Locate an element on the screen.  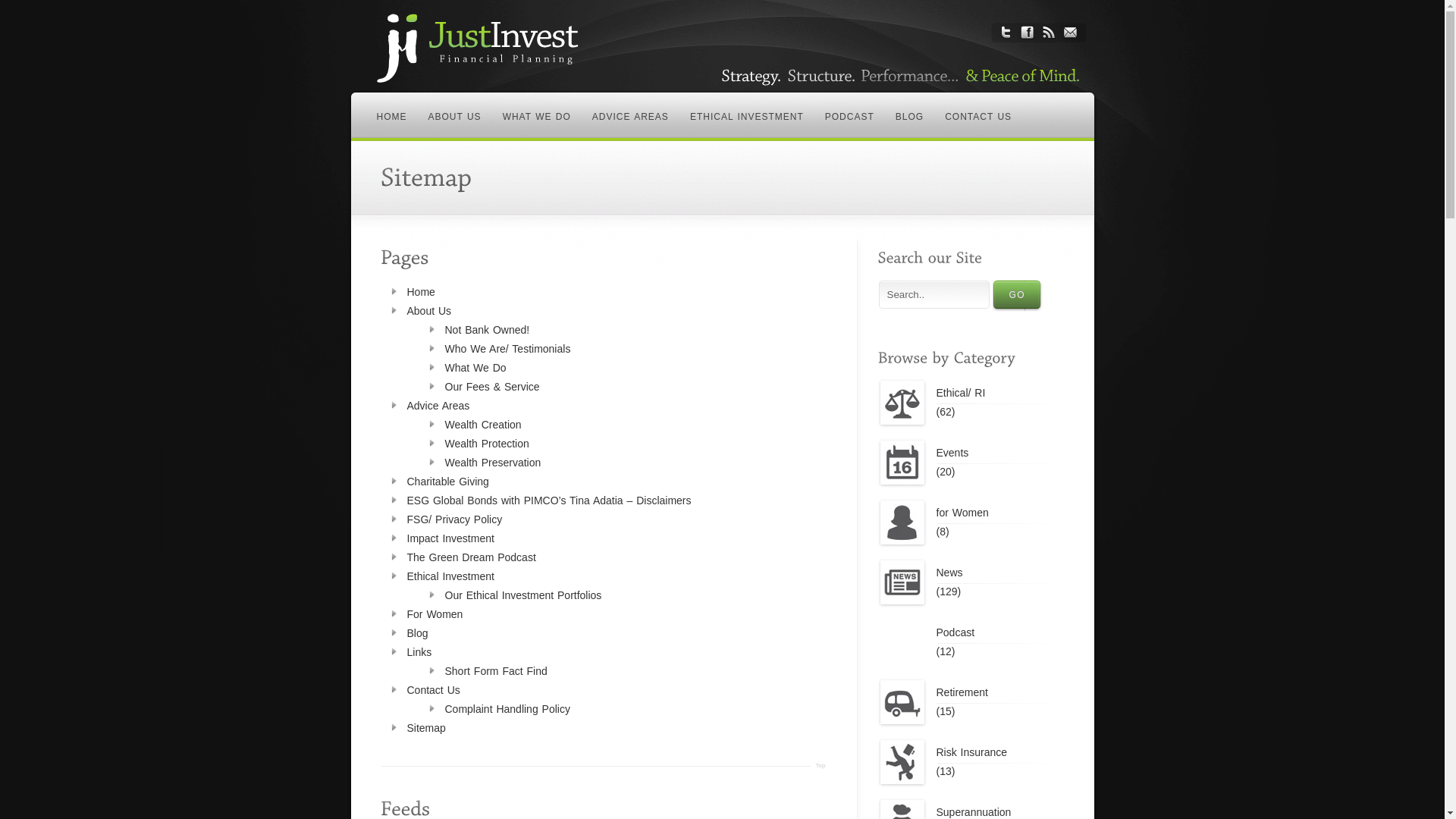
'Charitable Giving' is located at coordinates (447, 482).